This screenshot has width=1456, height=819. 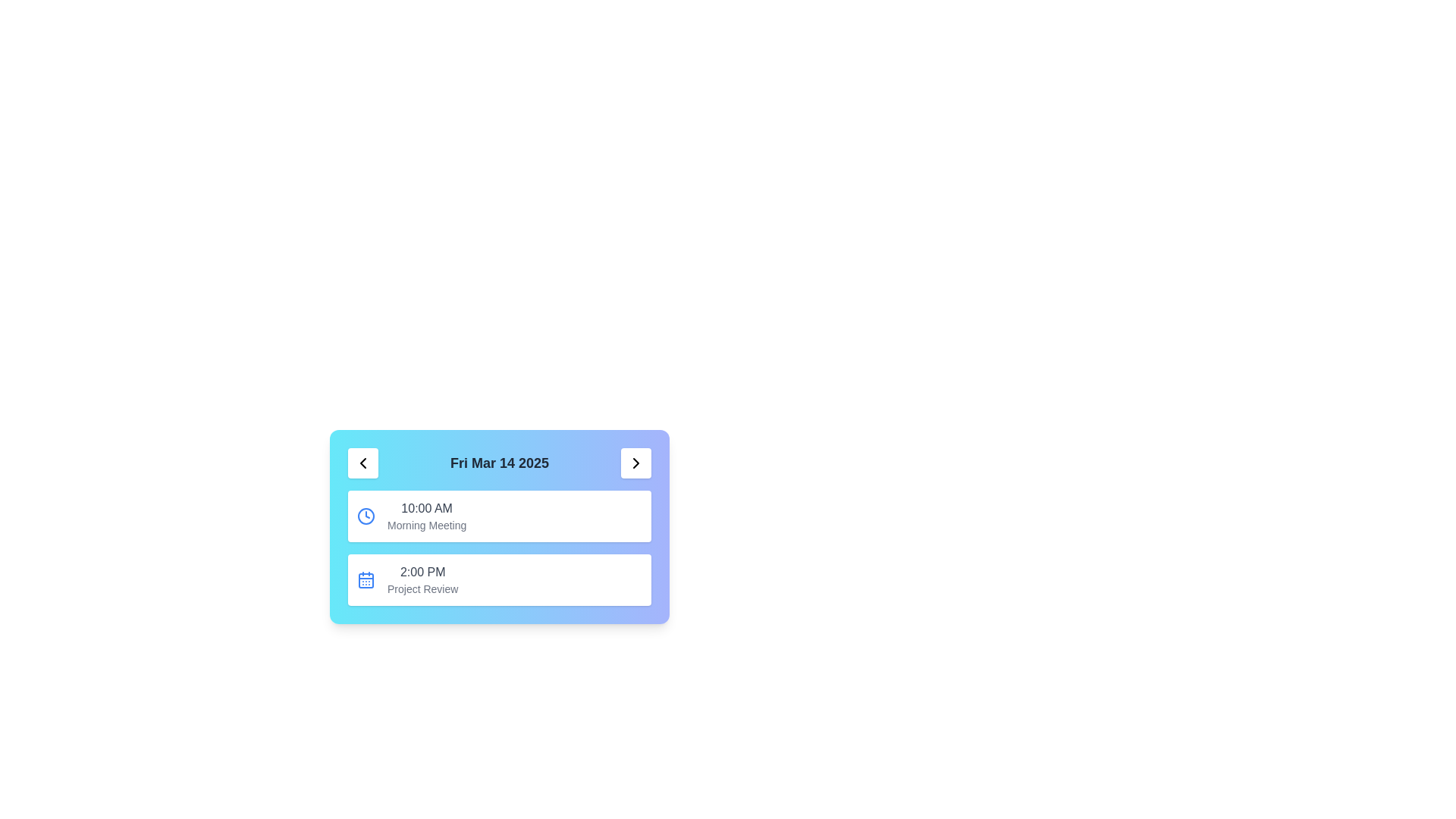 What do you see at coordinates (426, 509) in the screenshot?
I see `the Text Label displaying '10:00 AM' which is positioned above the descriptive text 'Morning Meeting' in the event entry` at bounding box center [426, 509].